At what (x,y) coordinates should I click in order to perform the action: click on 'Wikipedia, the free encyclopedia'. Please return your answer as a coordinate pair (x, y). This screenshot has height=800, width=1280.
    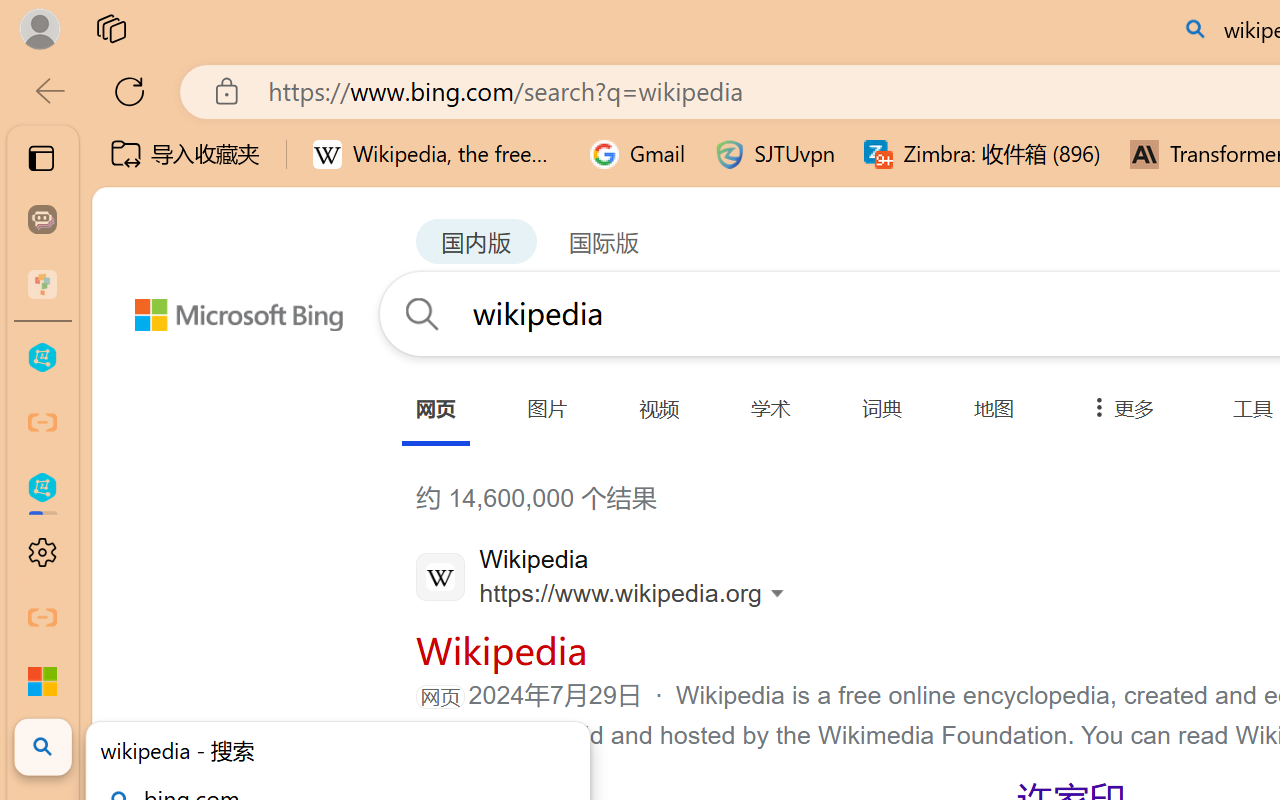
    Looking at the image, I should click on (436, 154).